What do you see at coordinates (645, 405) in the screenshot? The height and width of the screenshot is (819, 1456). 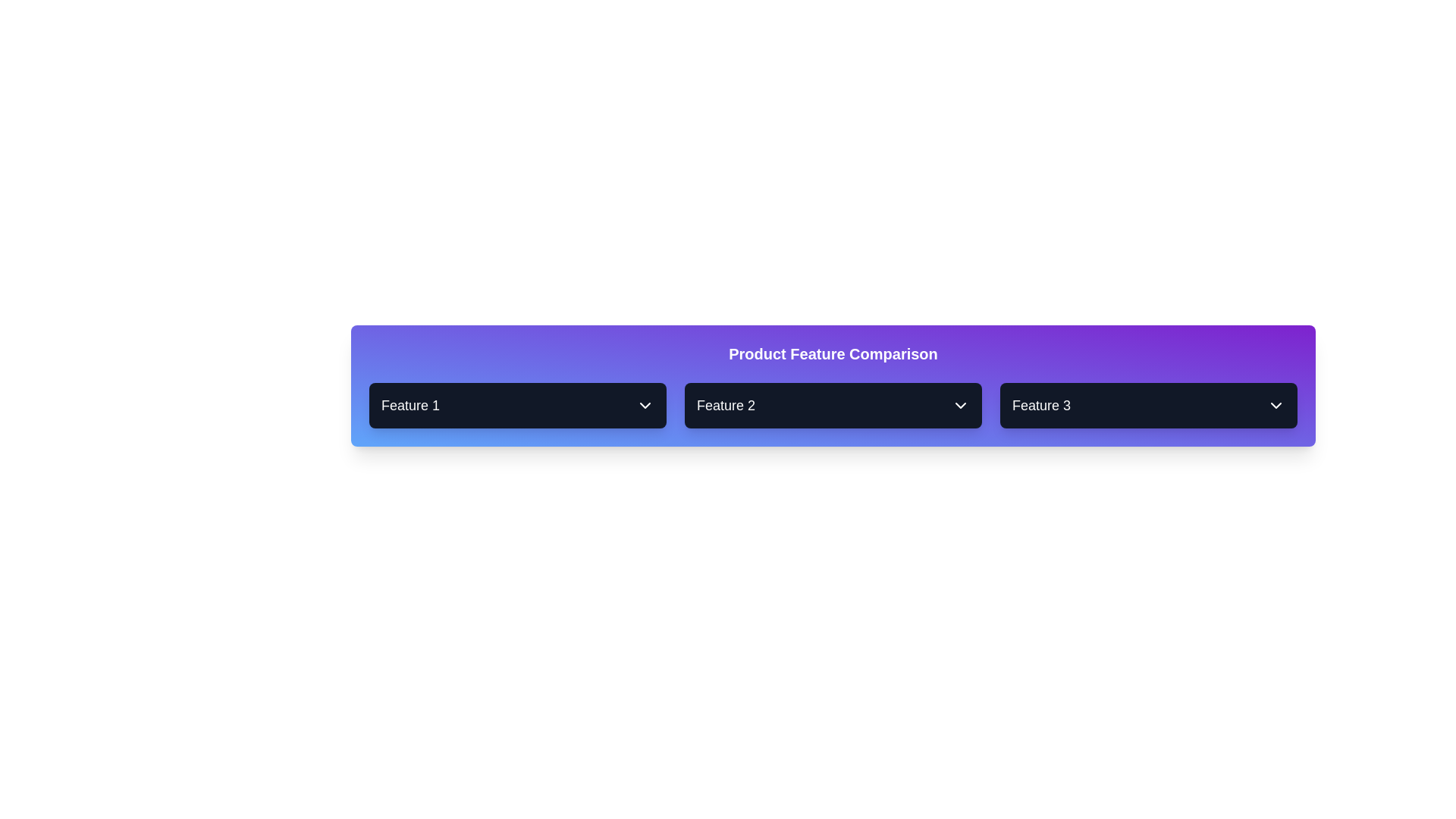 I see `the downward-pointing chevron icon located to the right of the 'Feature 1' text` at bounding box center [645, 405].